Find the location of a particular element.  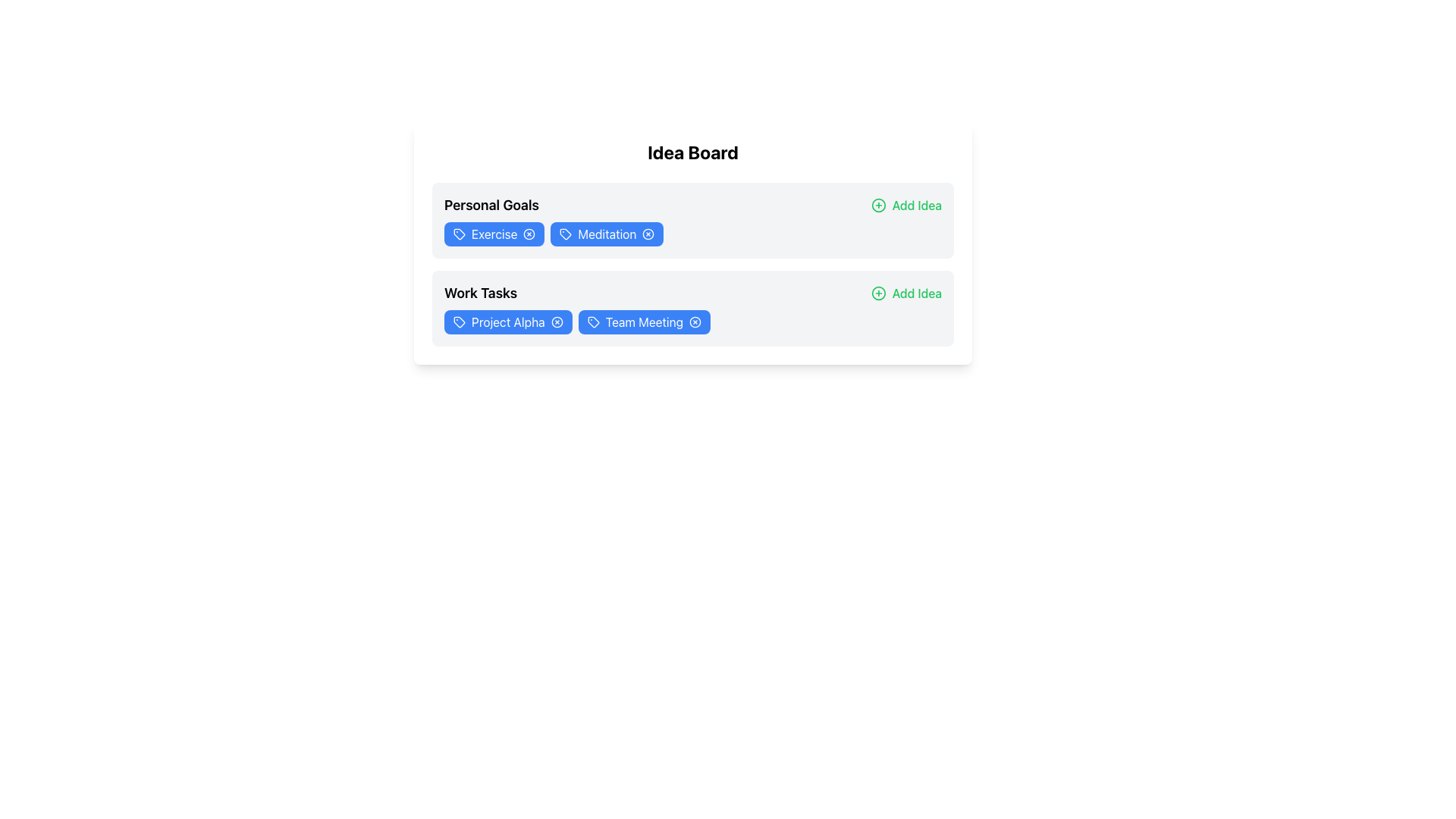

the decorative circular shape within the 'Team Meeting' tag in the 'Work Tasks' section is located at coordinates (695, 321).